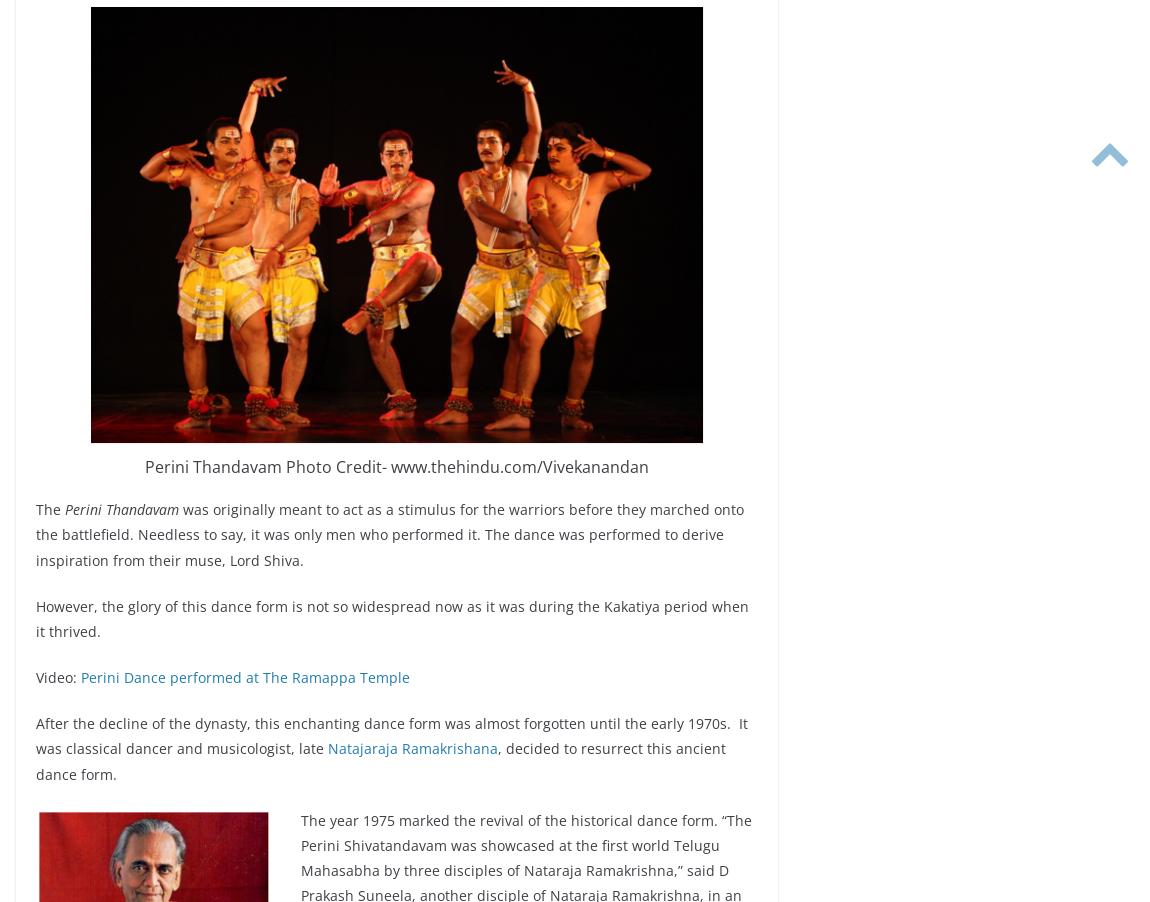 The width and height of the screenshot is (1150, 902). I want to click on 'was originally meant to act as a stimulus for the warriors before they marched onto the battlefield. Needless to say, it was only men who performed it. The dance was performed to derive inspiration from their muse, Lord Shiva.', so click(389, 534).